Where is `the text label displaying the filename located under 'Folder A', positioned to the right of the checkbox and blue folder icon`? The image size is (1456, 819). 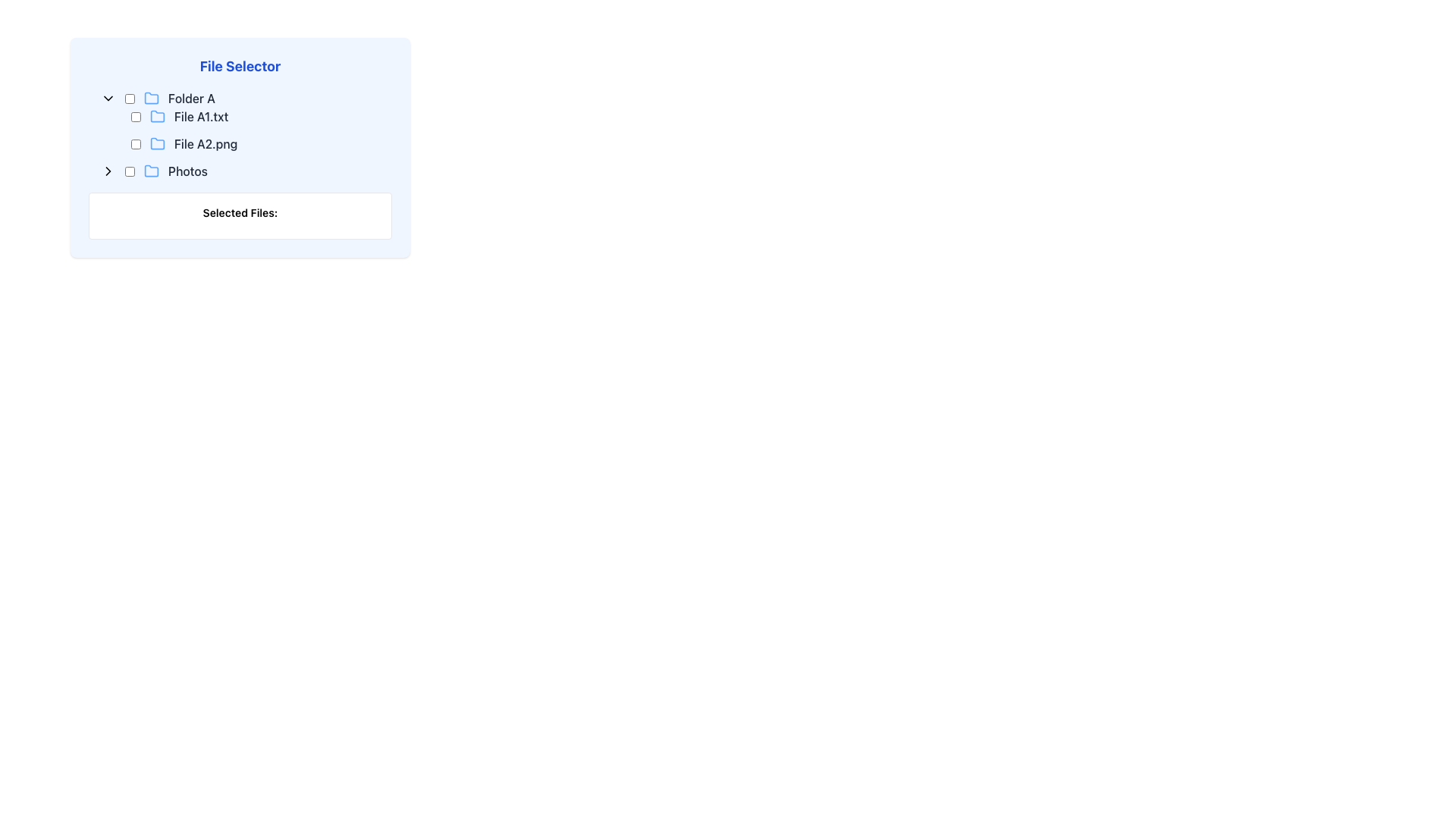
the text label displaying the filename located under 'Folder A', positioned to the right of the checkbox and blue folder icon is located at coordinates (200, 116).